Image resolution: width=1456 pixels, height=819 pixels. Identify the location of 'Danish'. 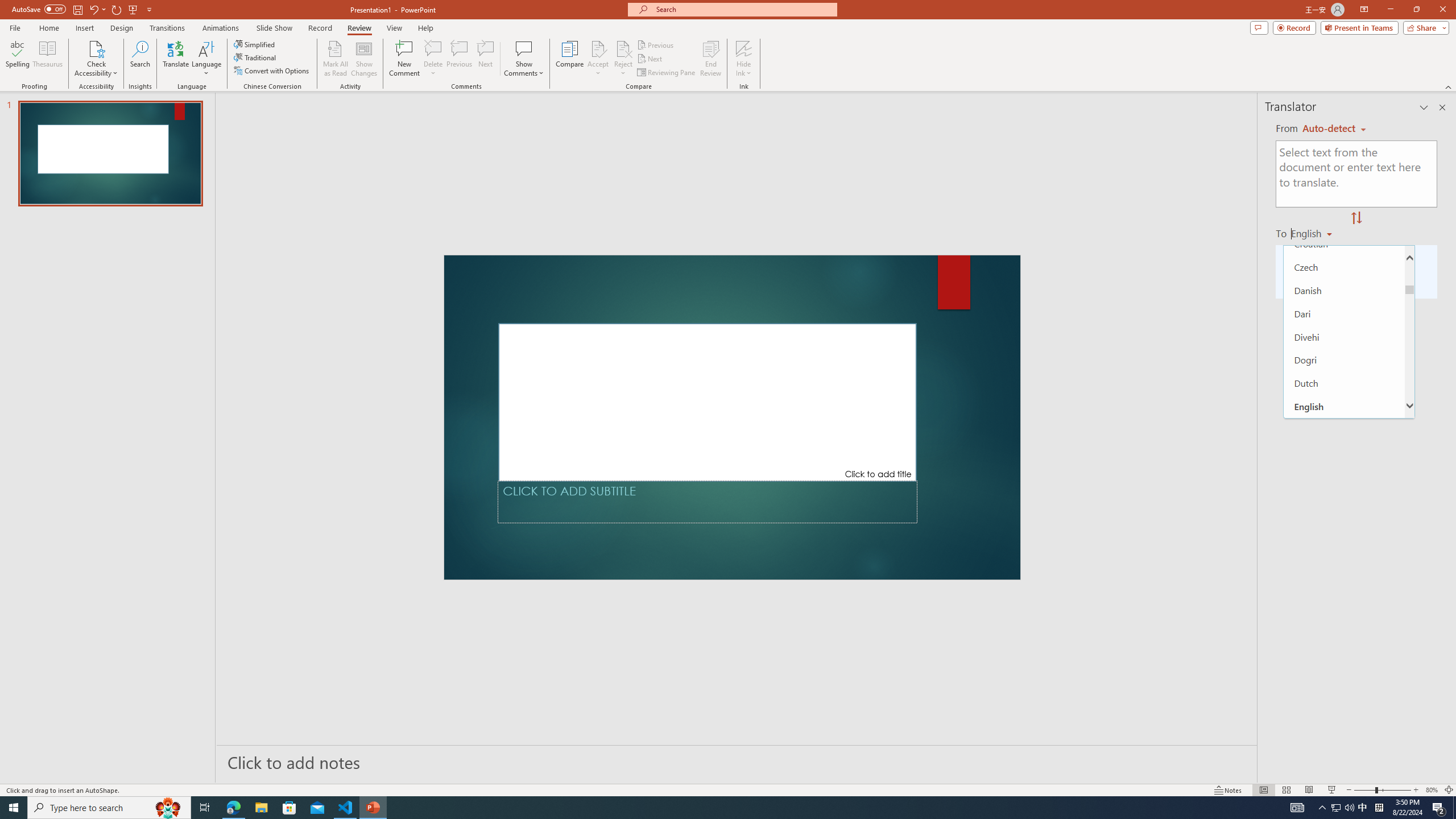
(1345, 289).